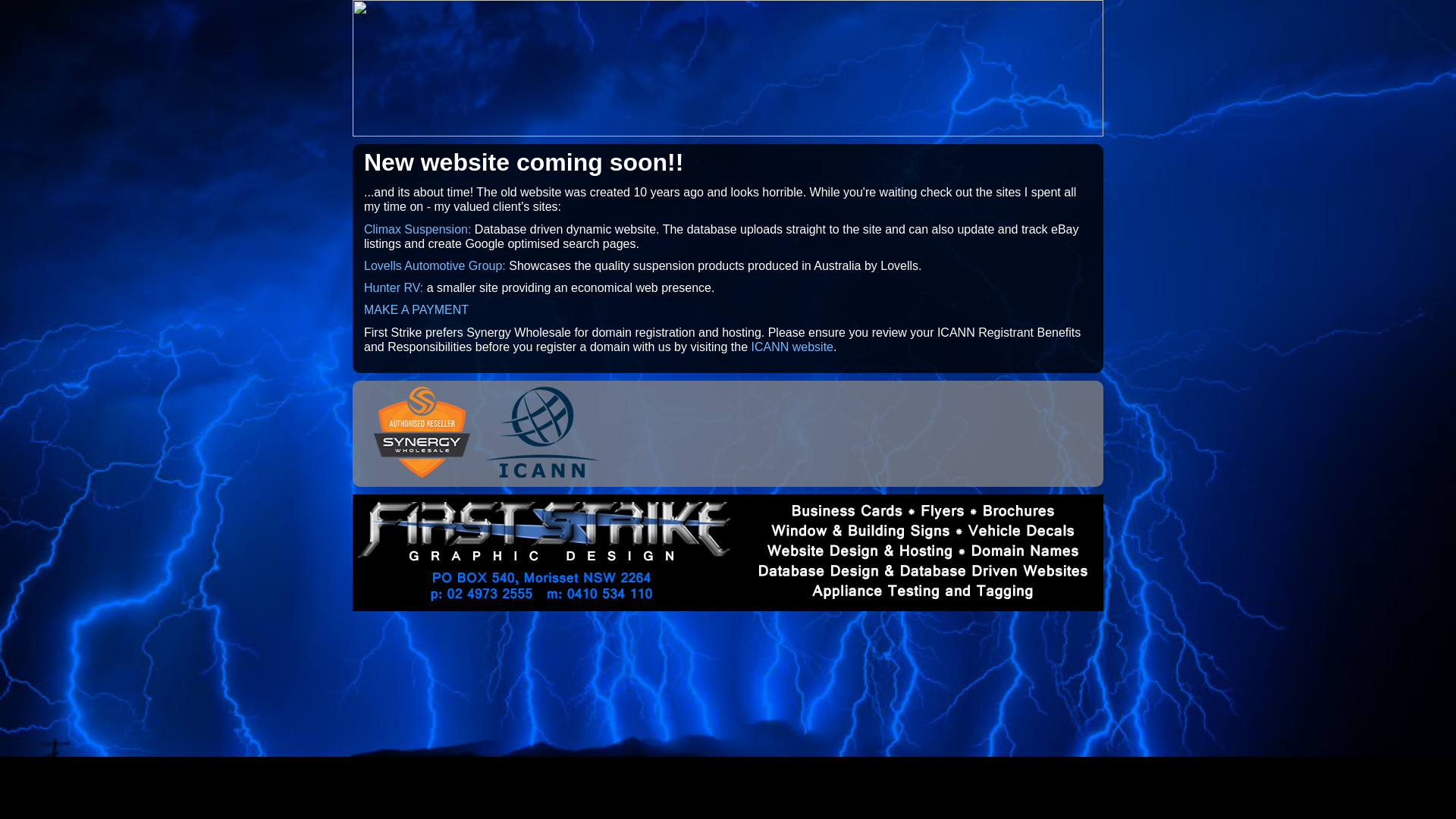 Image resolution: width=1456 pixels, height=819 pixels. I want to click on 'Hunter RV:', so click(393, 287).